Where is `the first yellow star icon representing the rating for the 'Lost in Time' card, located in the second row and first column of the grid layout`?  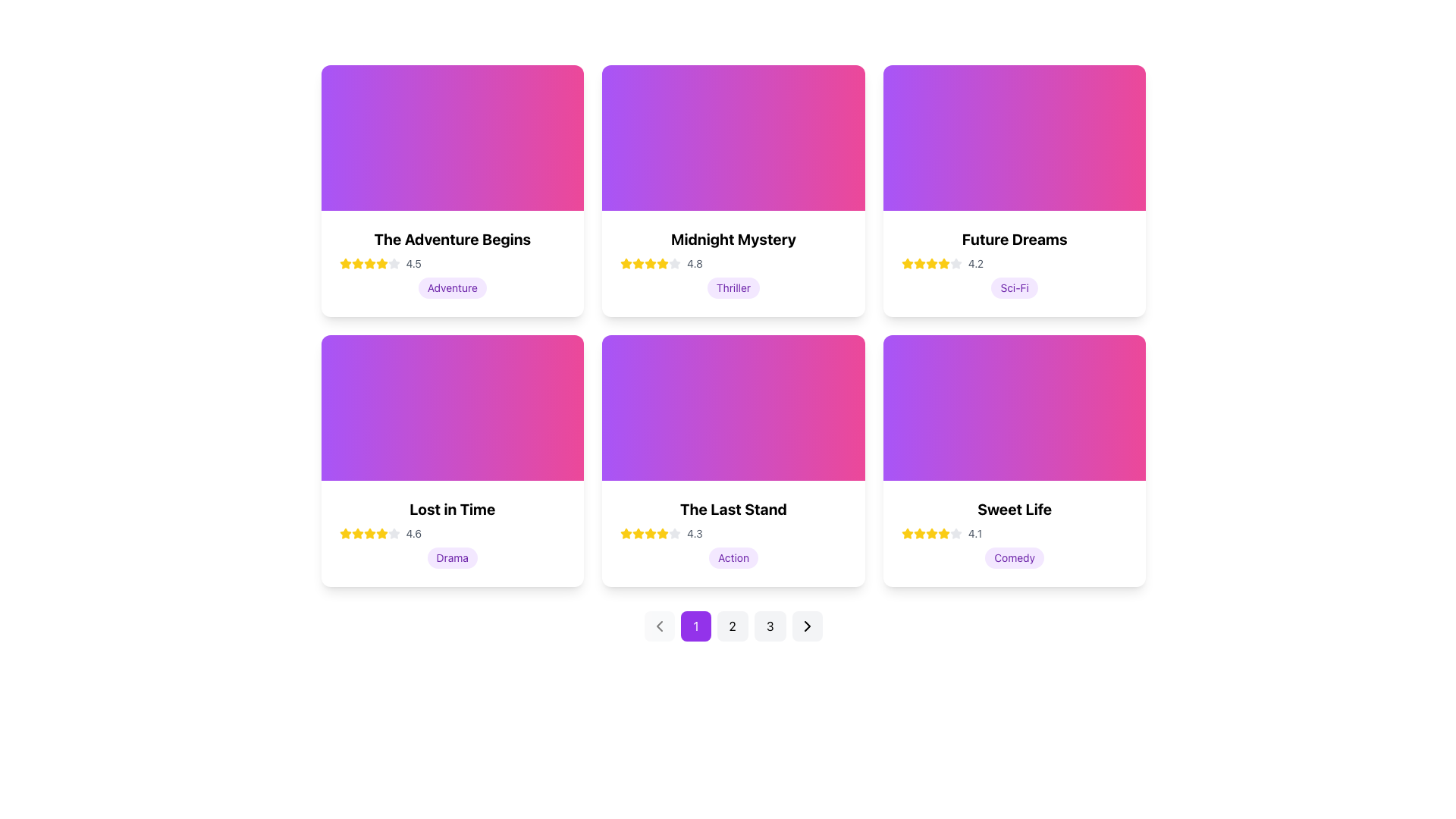 the first yellow star icon representing the rating for the 'Lost in Time' card, located in the second row and first column of the grid layout is located at coordinates (344, 533).